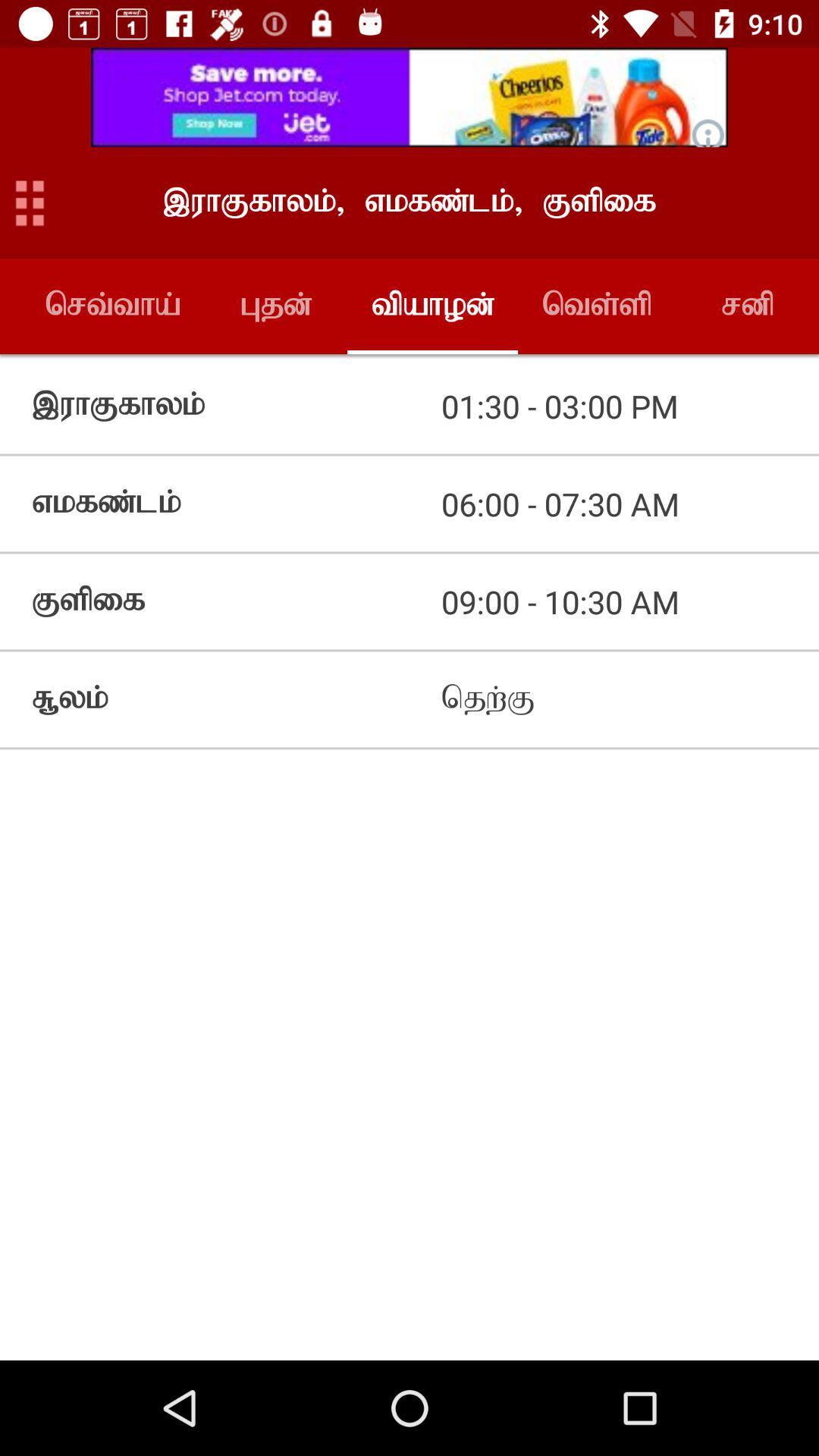 The width and height of the screenshot is (819, 1456). I want to click on pop up advertisement, so click(409, 96).